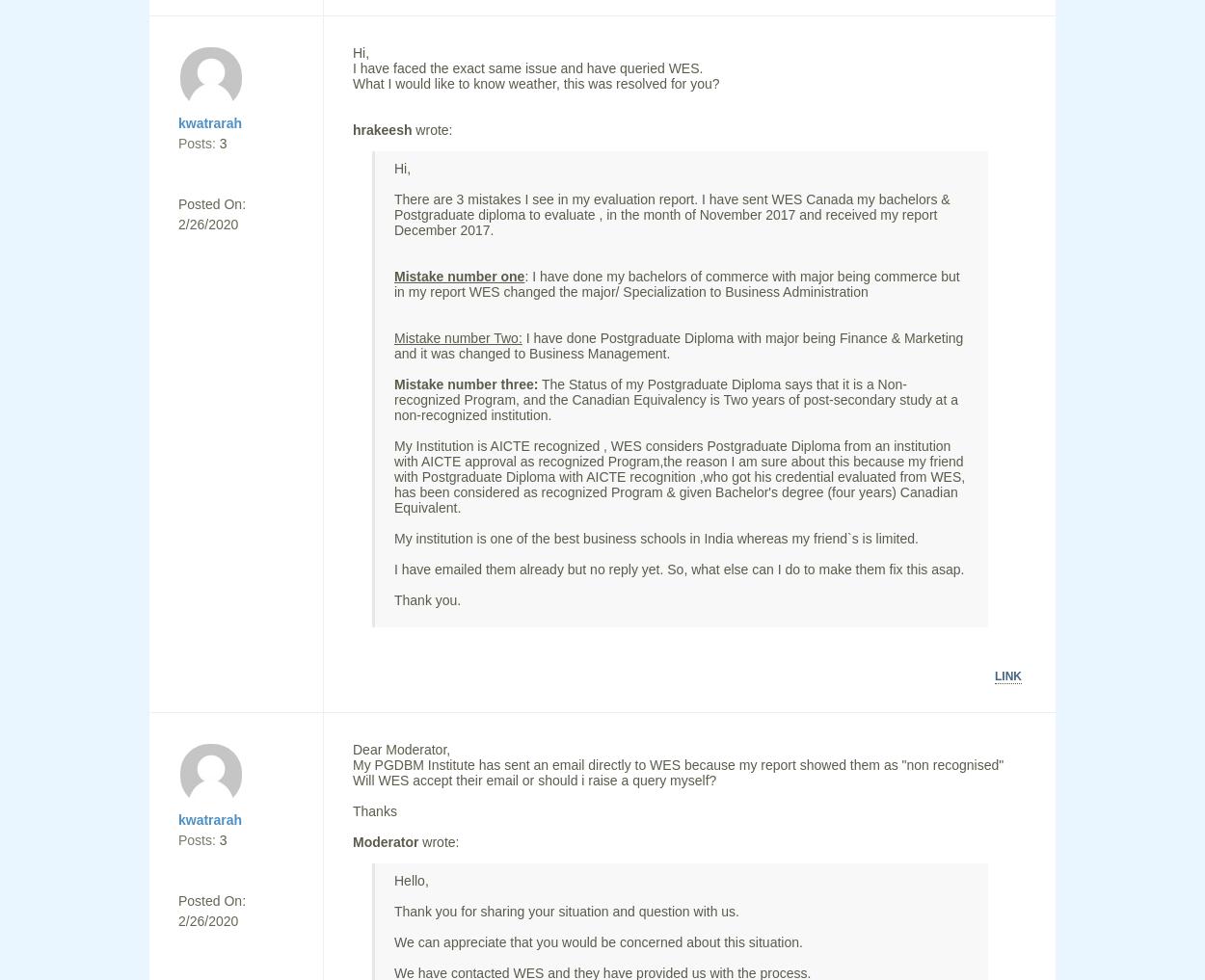 This screenshot has height=980, width=1205. I want to click on 'Moderator', so click(352, 842).